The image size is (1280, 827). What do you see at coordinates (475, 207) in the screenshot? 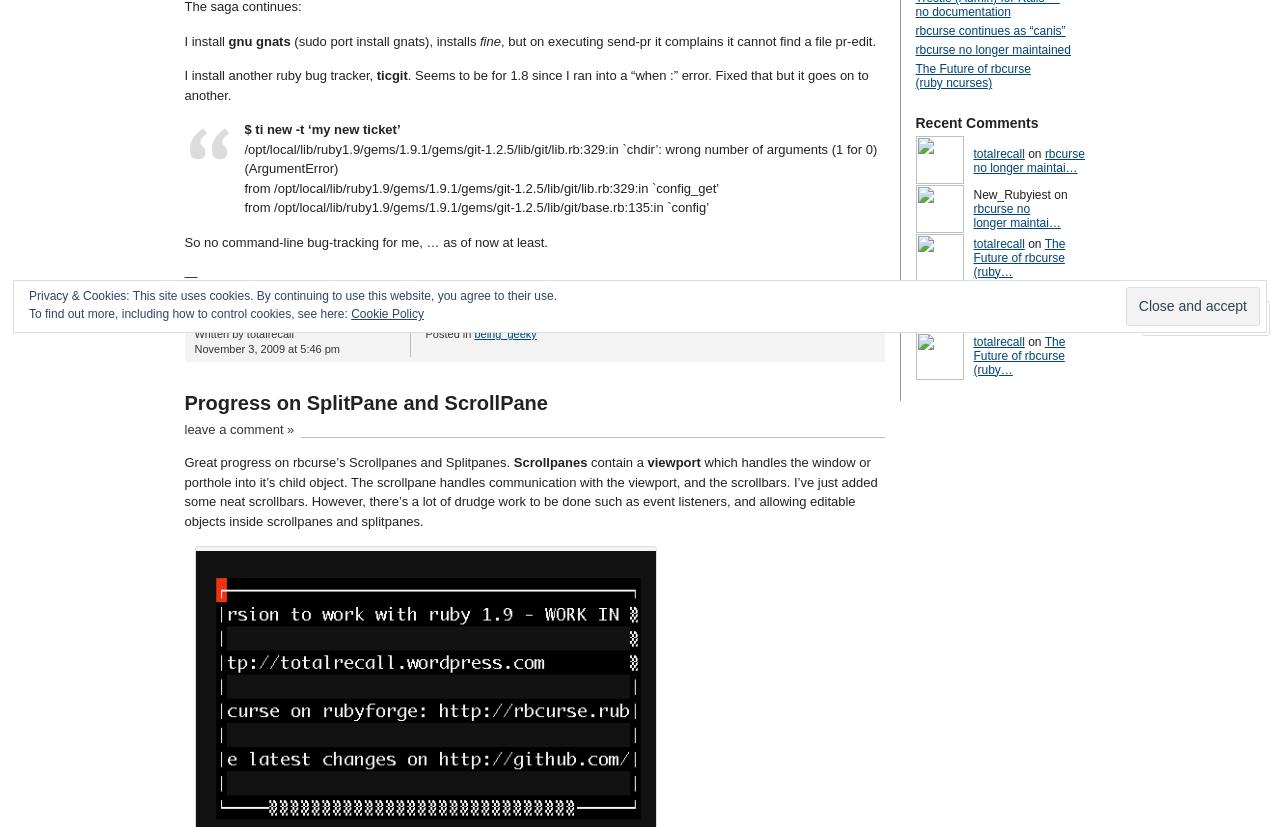
I see `'from /opt/local/lib/ruby1.9/gems/1.9.1/gems/git-1.2.5/lib/git/base.rb:135:in `config’'` at bounding box center [475, 207].